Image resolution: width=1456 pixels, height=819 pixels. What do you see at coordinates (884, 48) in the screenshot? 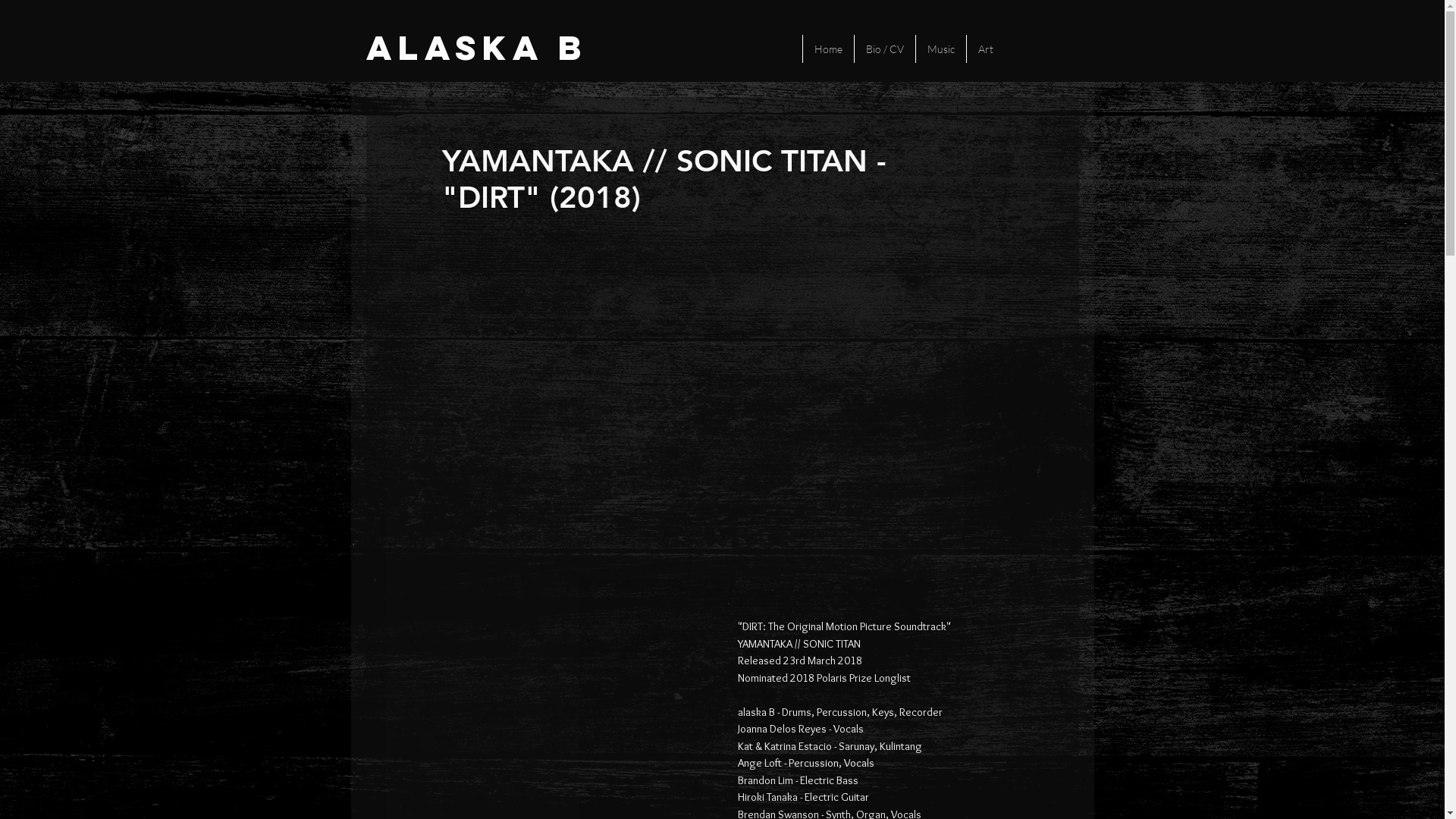
I see `'Bio / CV'` at bounding box center [884, 48].